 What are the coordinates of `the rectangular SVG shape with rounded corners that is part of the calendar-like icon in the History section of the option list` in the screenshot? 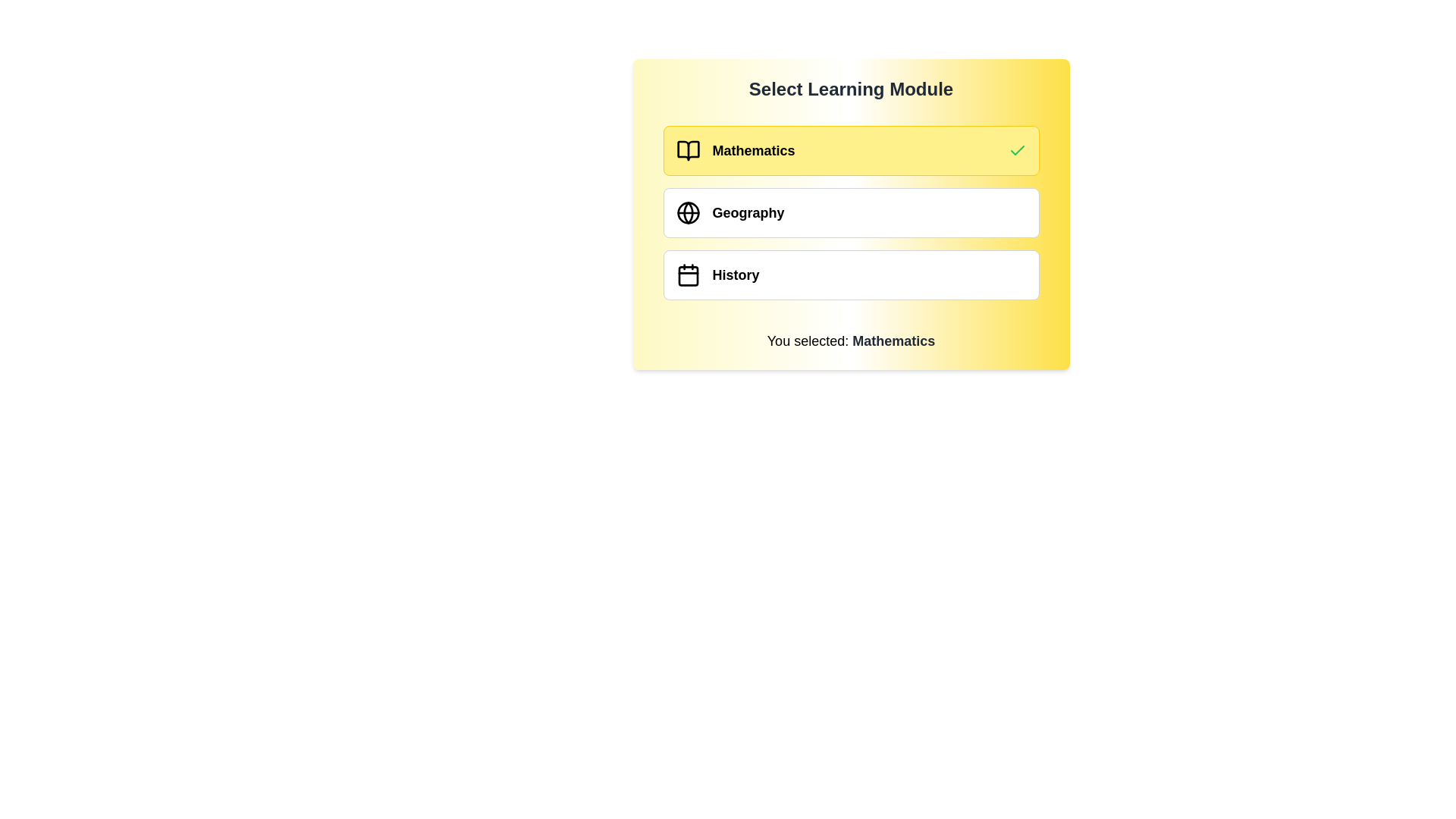 It's located at (687, 276).